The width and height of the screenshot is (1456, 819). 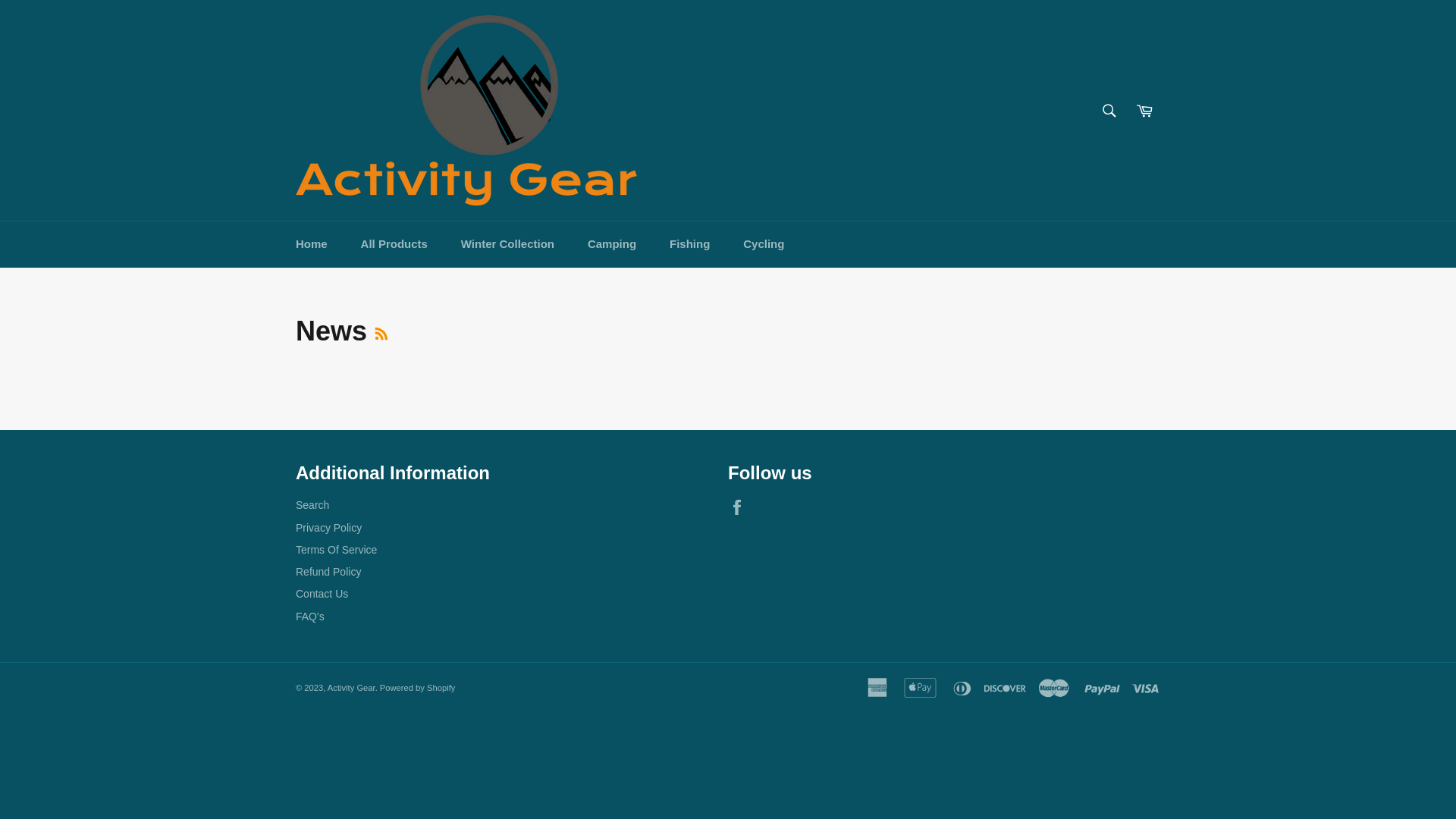 I want to click on 'All Products', so click(x=394, y=243).